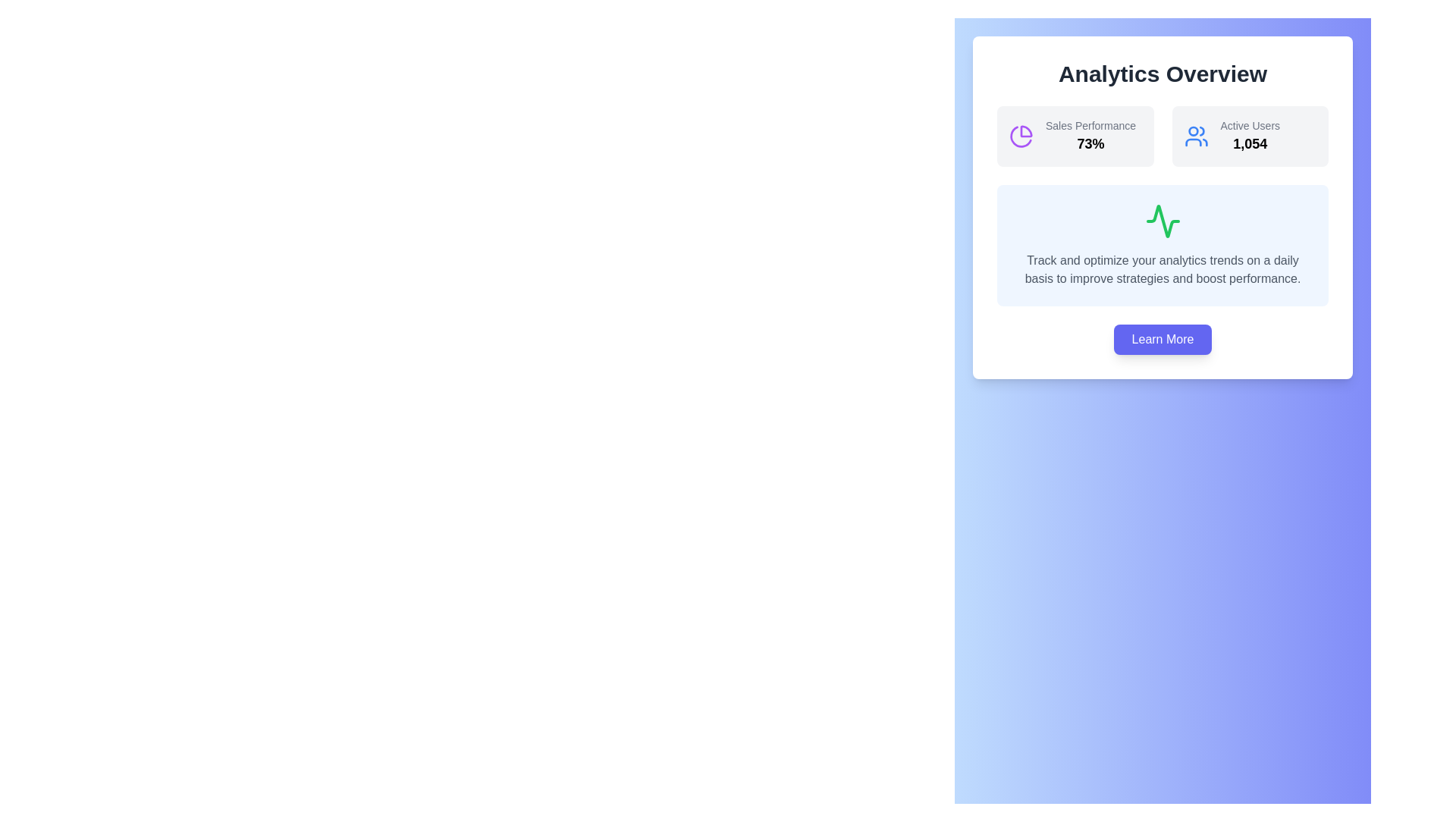 The image size is (1456, 819). Describe the element at coordinates (1162, 221) in the screenshot. I see `the green zigzag waveform icon located centrally within the card, which is above descriptive text and below performance metrics indicators` at that location.